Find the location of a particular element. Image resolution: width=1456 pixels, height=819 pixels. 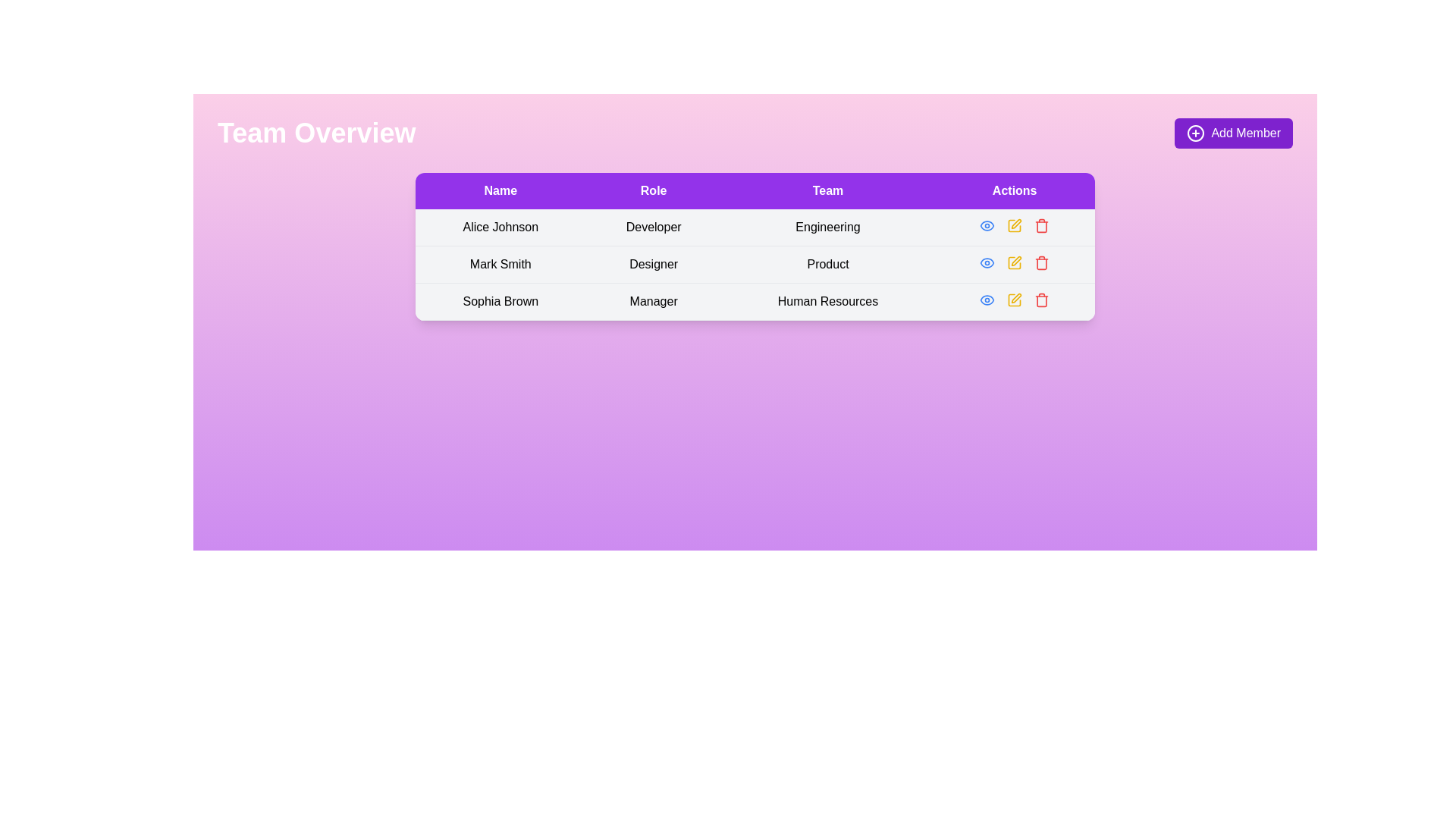

the static text label displaying 'Alice Johnson' located in the top row, first column of a table under the 'Name' header is located at coordinates (500, 227).